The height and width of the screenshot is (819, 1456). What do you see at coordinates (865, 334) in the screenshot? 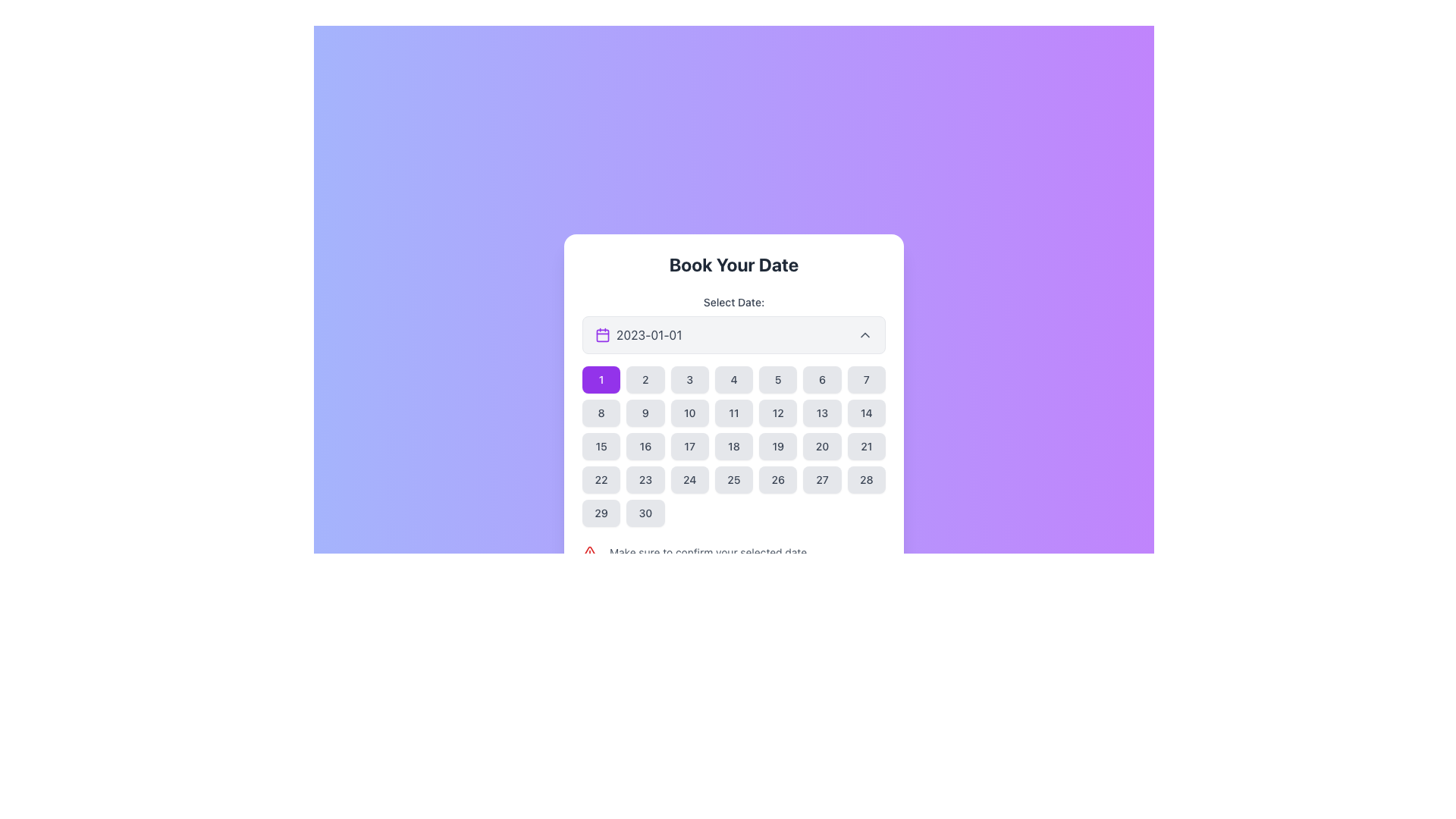
I see `the small chevron-up icon located at the far right of the 'Select Date' section, adjacent to the date '2023-01-01'` at bounding box center [865, 334].